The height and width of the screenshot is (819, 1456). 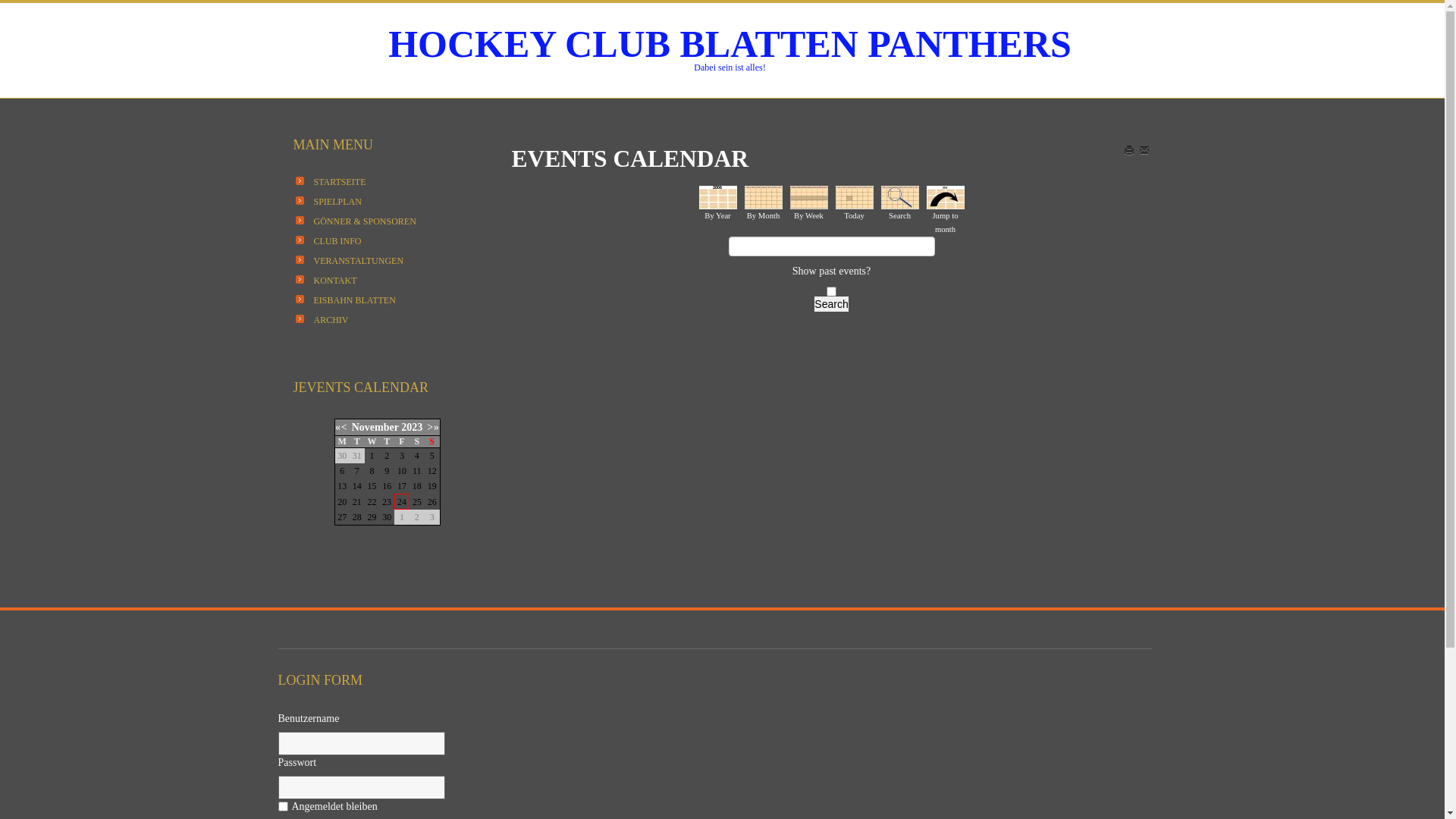 I want to click on 'ARCHIV', so click(x=312, y=318).